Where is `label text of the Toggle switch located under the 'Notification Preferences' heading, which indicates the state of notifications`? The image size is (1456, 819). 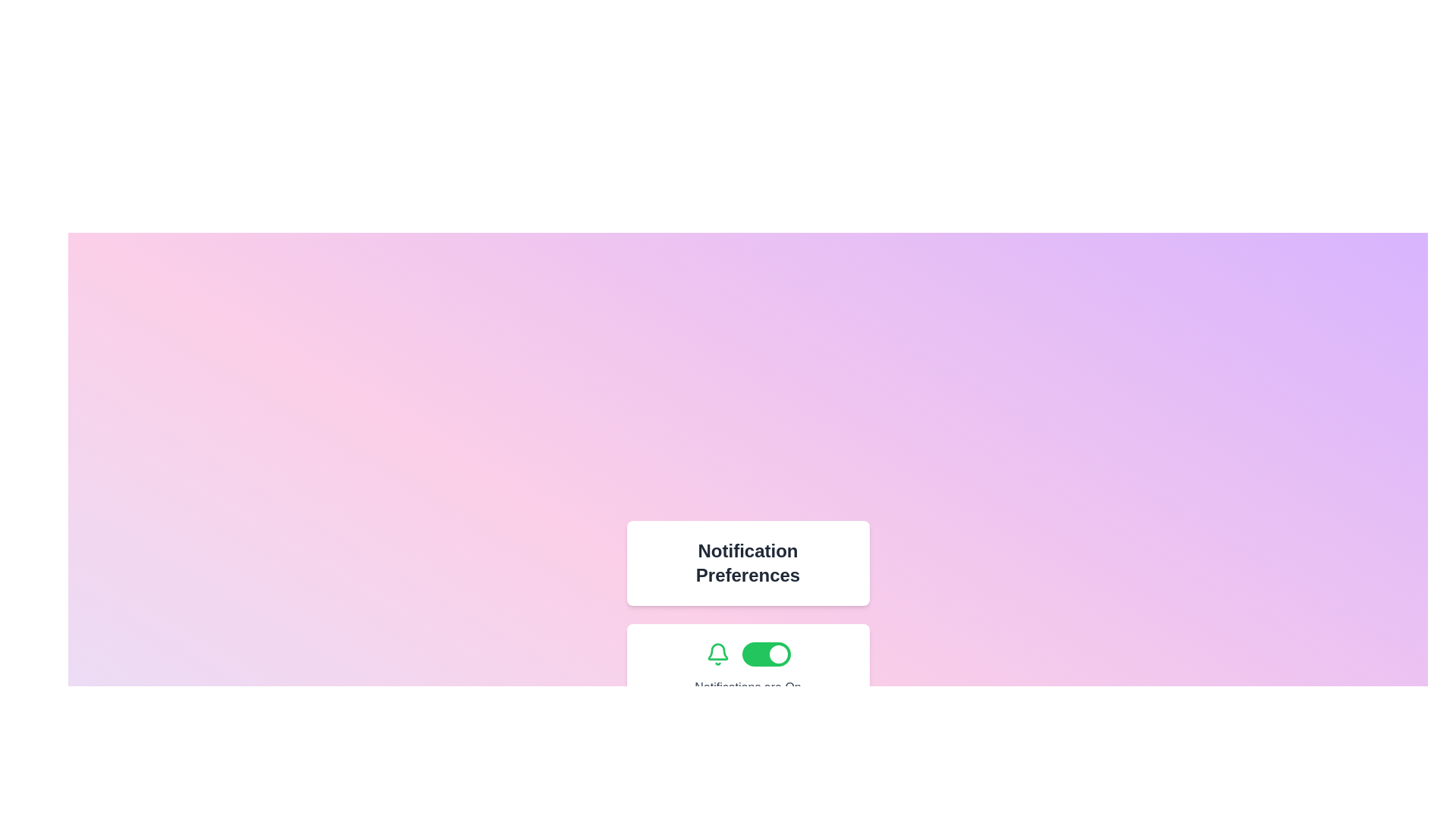 label text of the Toggle switch located under the 'Notification Preferences' heading, which indicates the state of notifications is located at coordinates (748, 669).